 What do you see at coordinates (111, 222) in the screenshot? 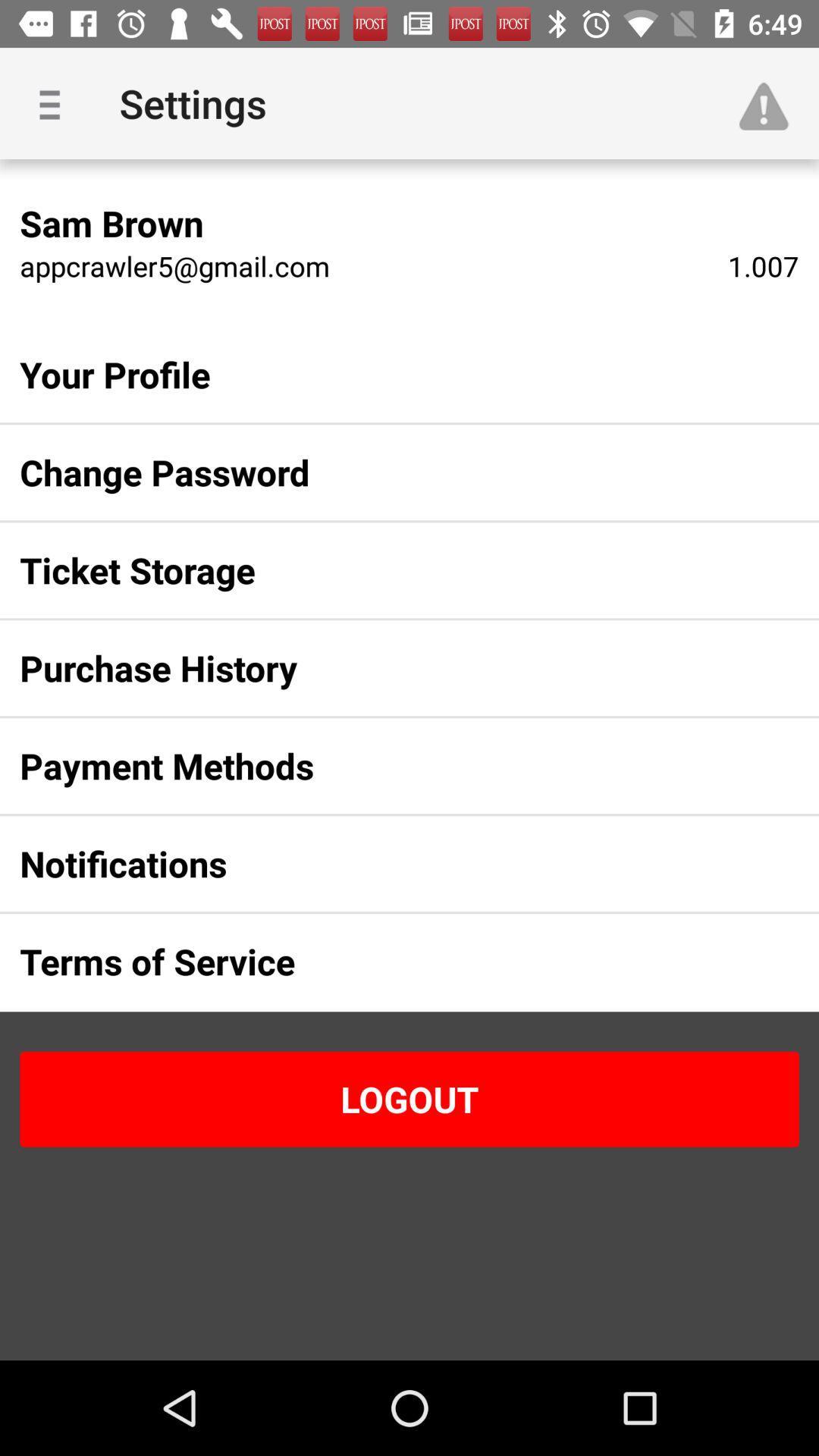
I see `the sam brown item` at bounding box center [111, 222].